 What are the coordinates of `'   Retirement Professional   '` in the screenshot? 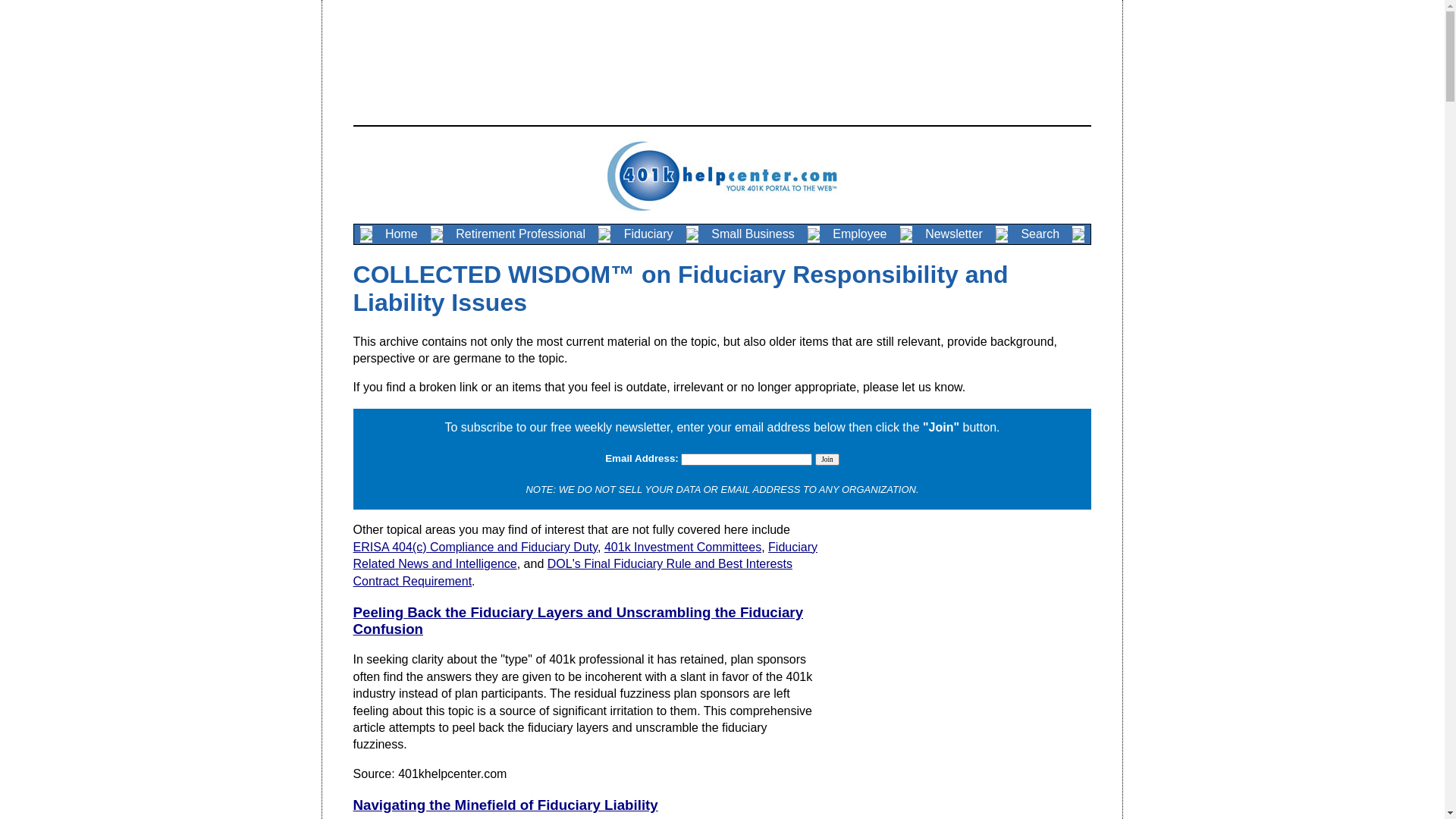 It's located at (520, 234).